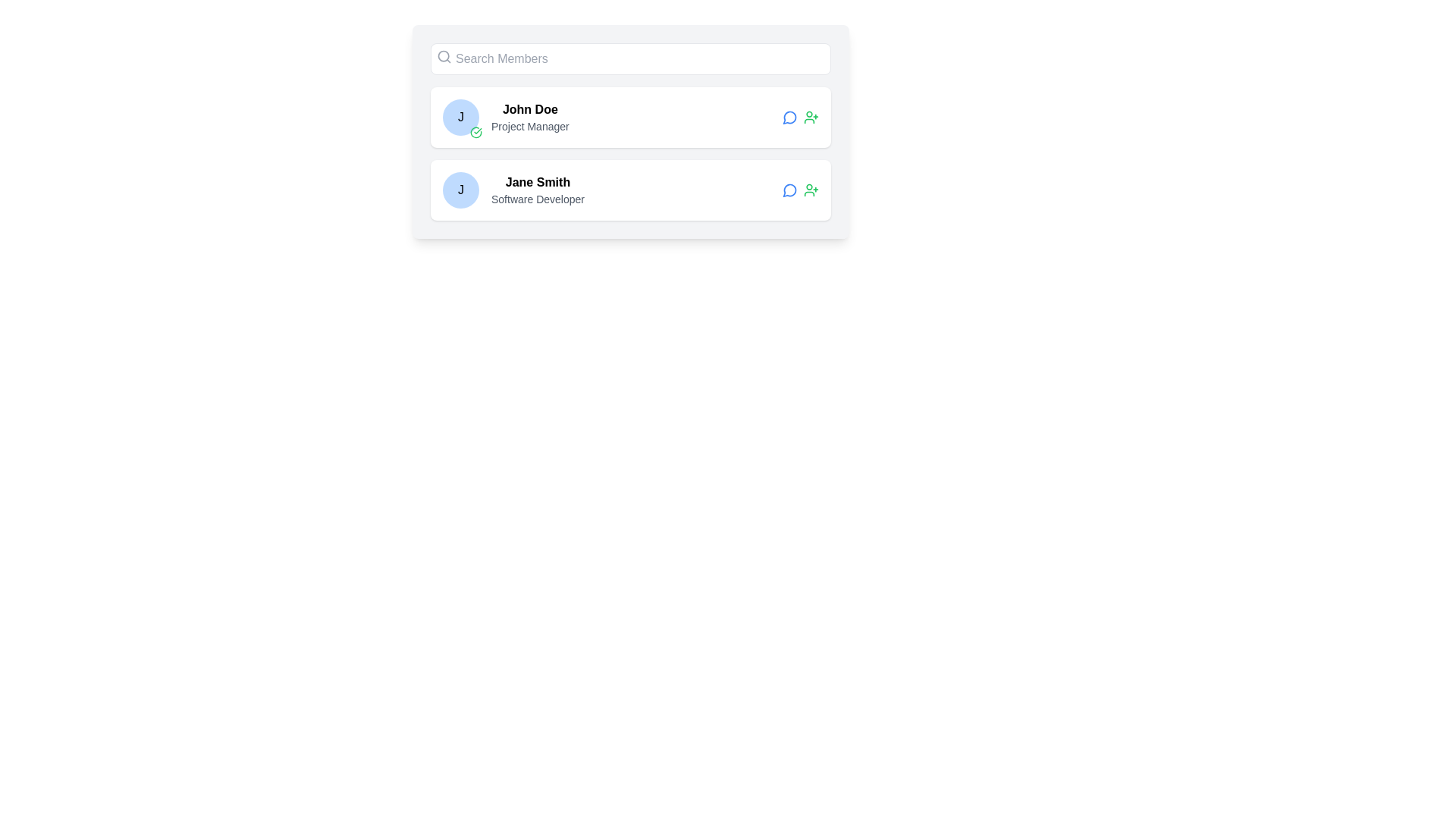  What do you see at coordinates (630, 116) in the screenshot?
I see `the Profile card displaying 'John Doe' and 'Project Manager', which is the first card in the user profiles list located below the search bar` at bounding box center [630, 116].